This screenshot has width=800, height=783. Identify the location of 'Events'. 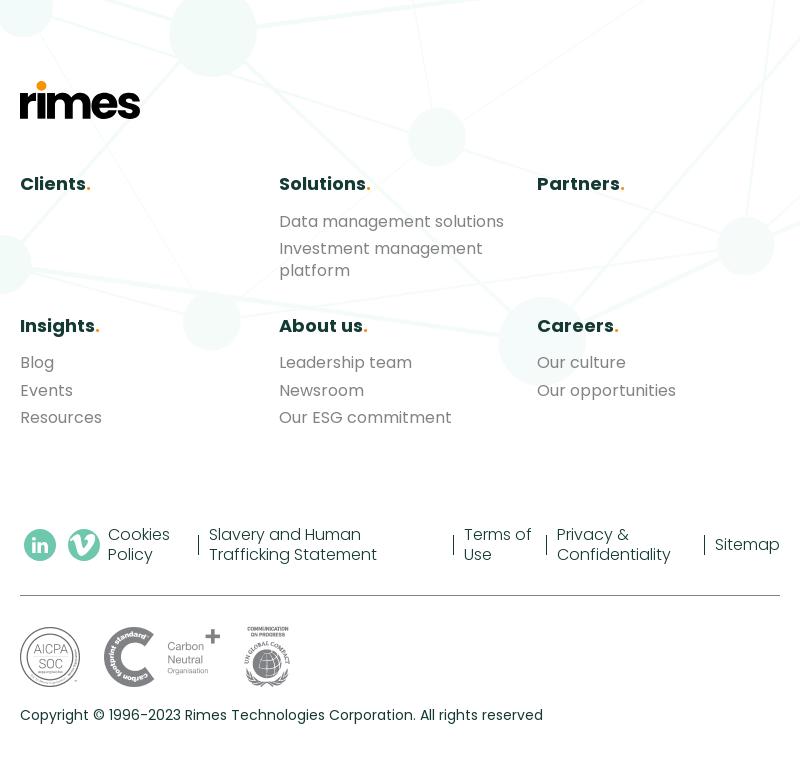
(45, 389).